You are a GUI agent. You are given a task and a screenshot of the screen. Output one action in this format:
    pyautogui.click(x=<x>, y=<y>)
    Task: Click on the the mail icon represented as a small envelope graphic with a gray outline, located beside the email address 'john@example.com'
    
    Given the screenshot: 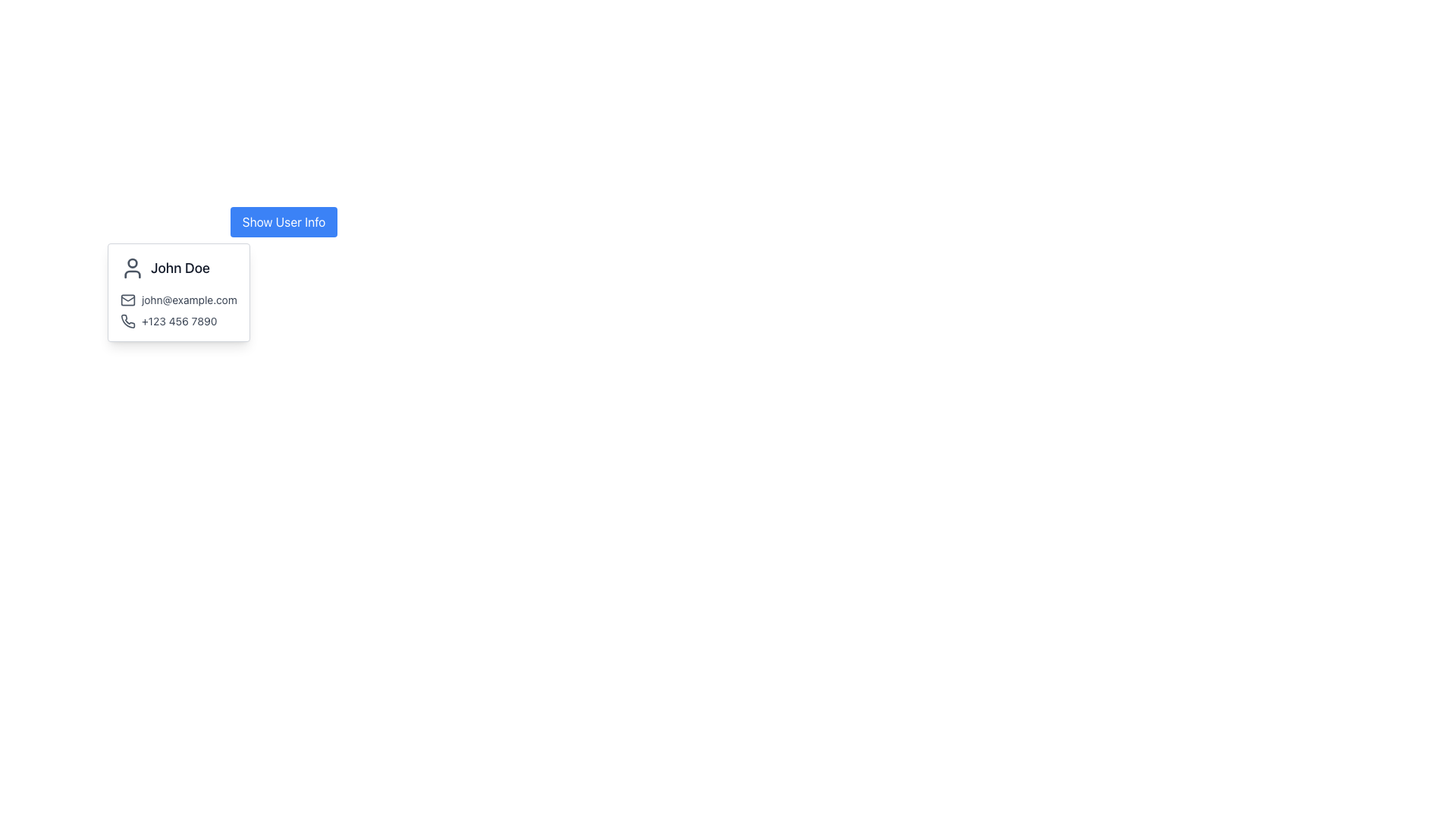 What is the action you would take?
    pyautogui.click(x=127, y=300)
    